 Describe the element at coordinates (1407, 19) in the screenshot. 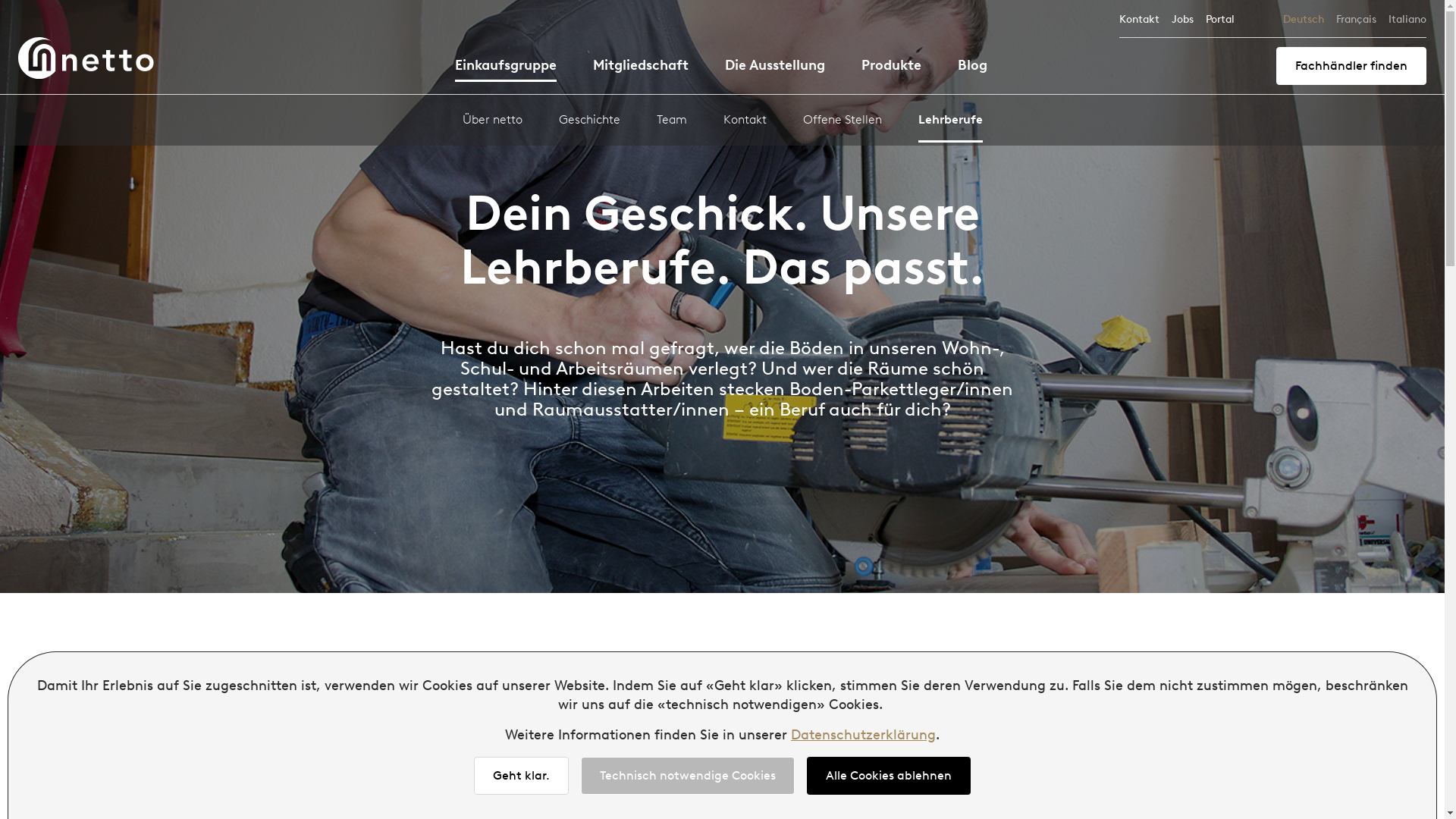

I see `'Italiano'` at that location.